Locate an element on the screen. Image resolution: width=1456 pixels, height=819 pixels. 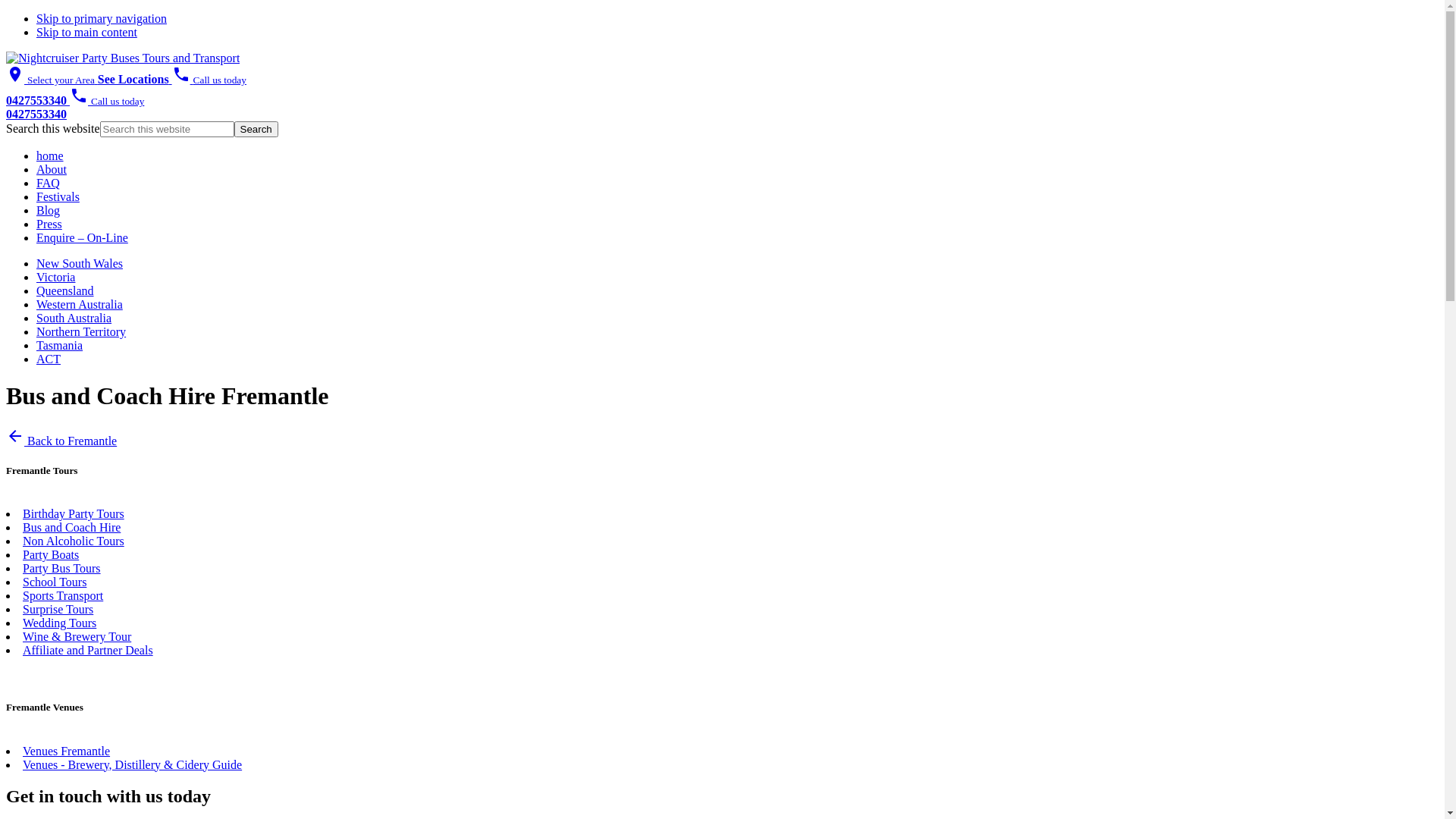
'Skip to main content' is located at coordinates (86, 32).